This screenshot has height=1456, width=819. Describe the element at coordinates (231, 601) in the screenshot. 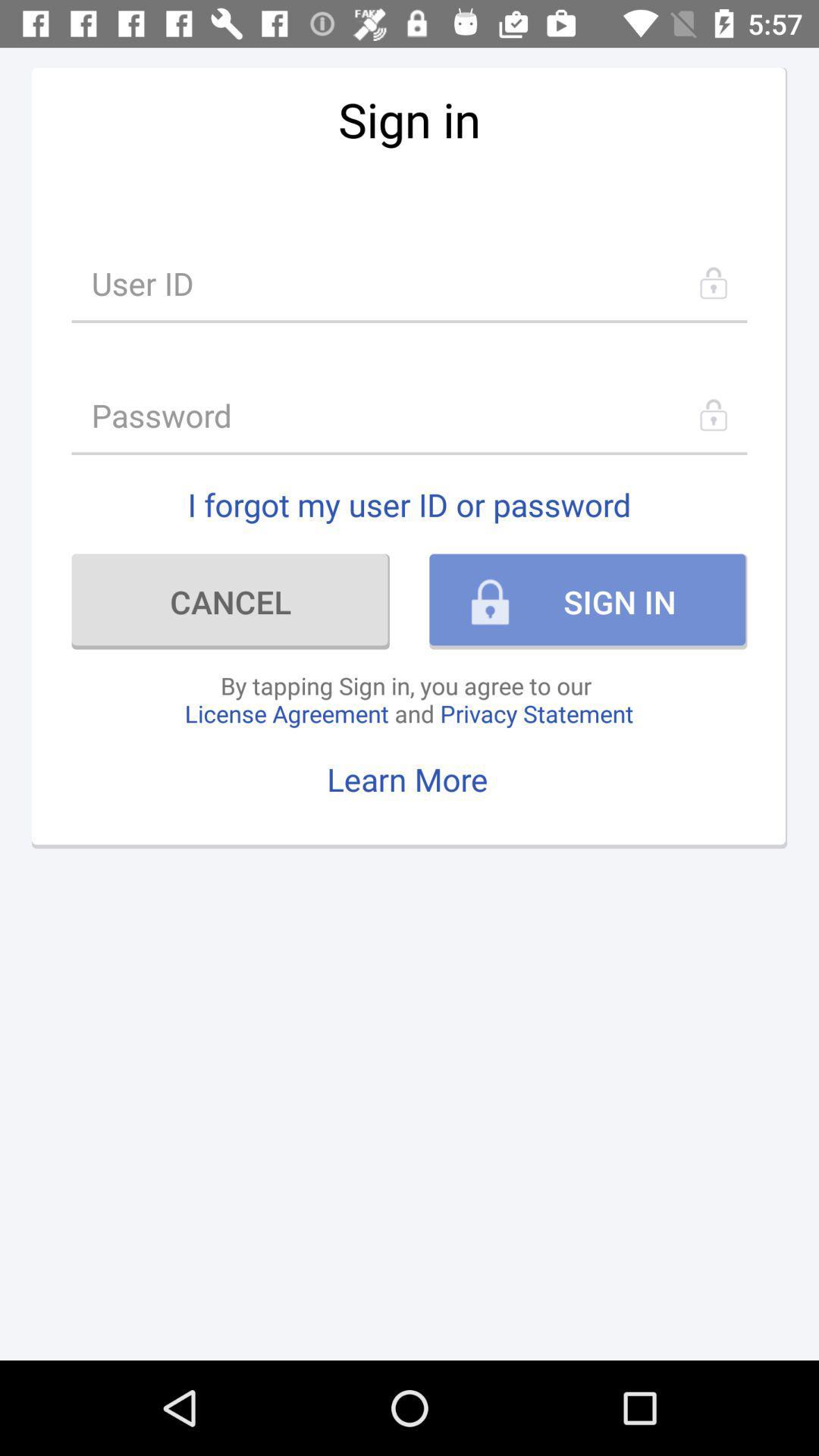

I see `the icon next to sign in icon` at that location.